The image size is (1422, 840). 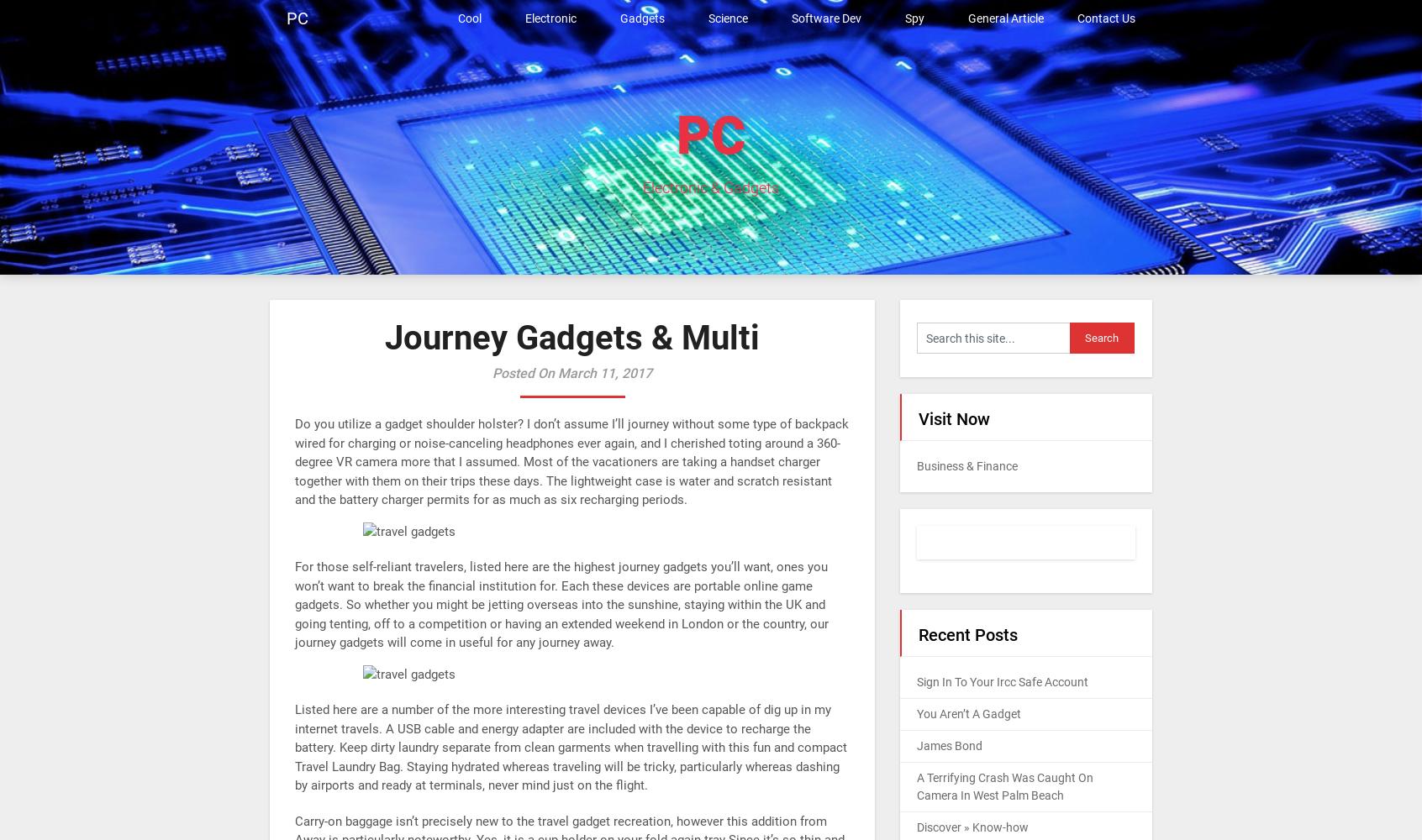 What do you see at coordinates (1105, 18) in the screenshot?
I see `'Contact Us'` at bounding box center [1105, 18].